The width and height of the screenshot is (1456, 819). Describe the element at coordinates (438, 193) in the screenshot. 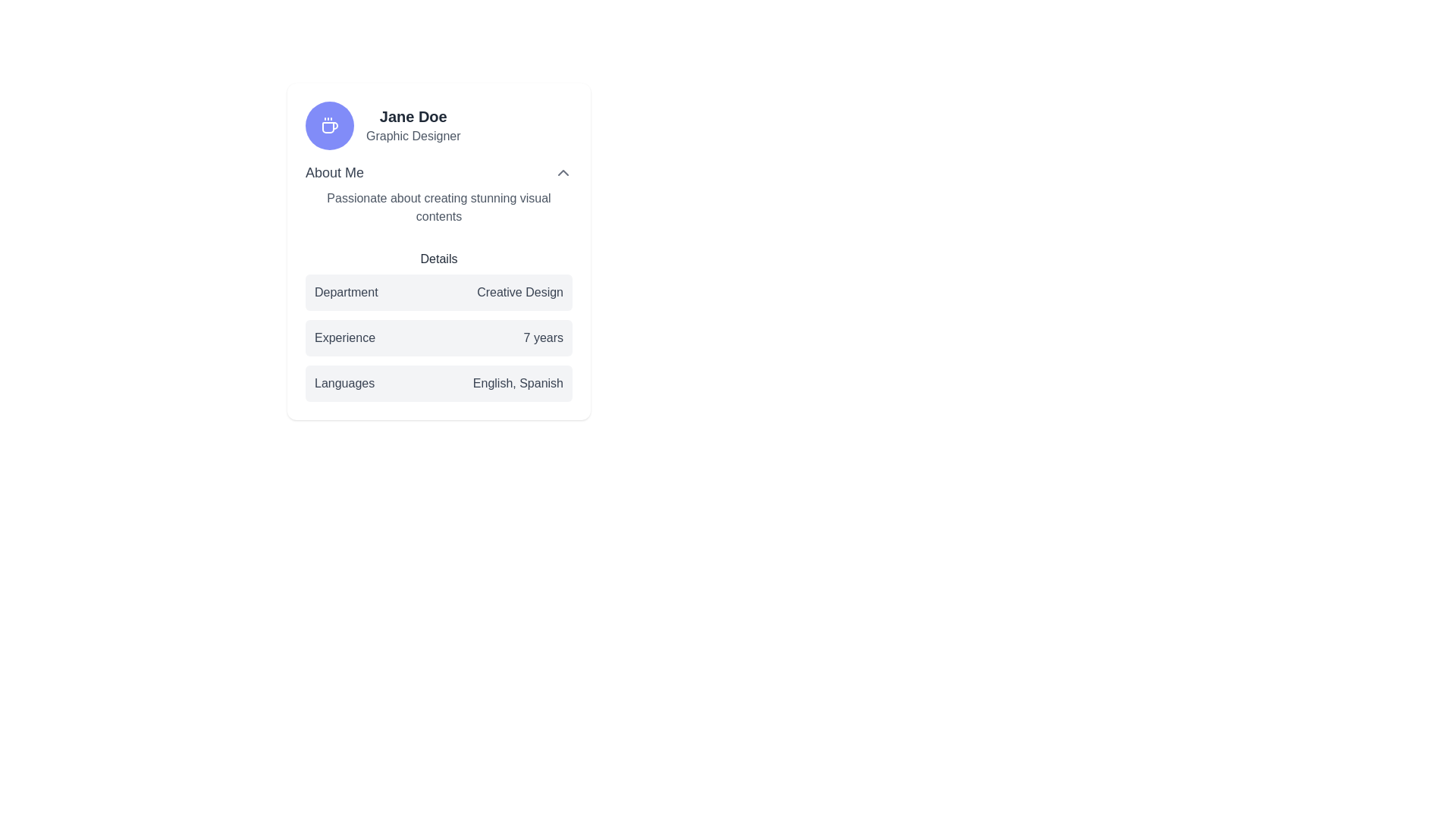

I see `the Text Information Section located under the profile heading 'Jane Doe' and above the 'Details' section in the profile card` at that location.